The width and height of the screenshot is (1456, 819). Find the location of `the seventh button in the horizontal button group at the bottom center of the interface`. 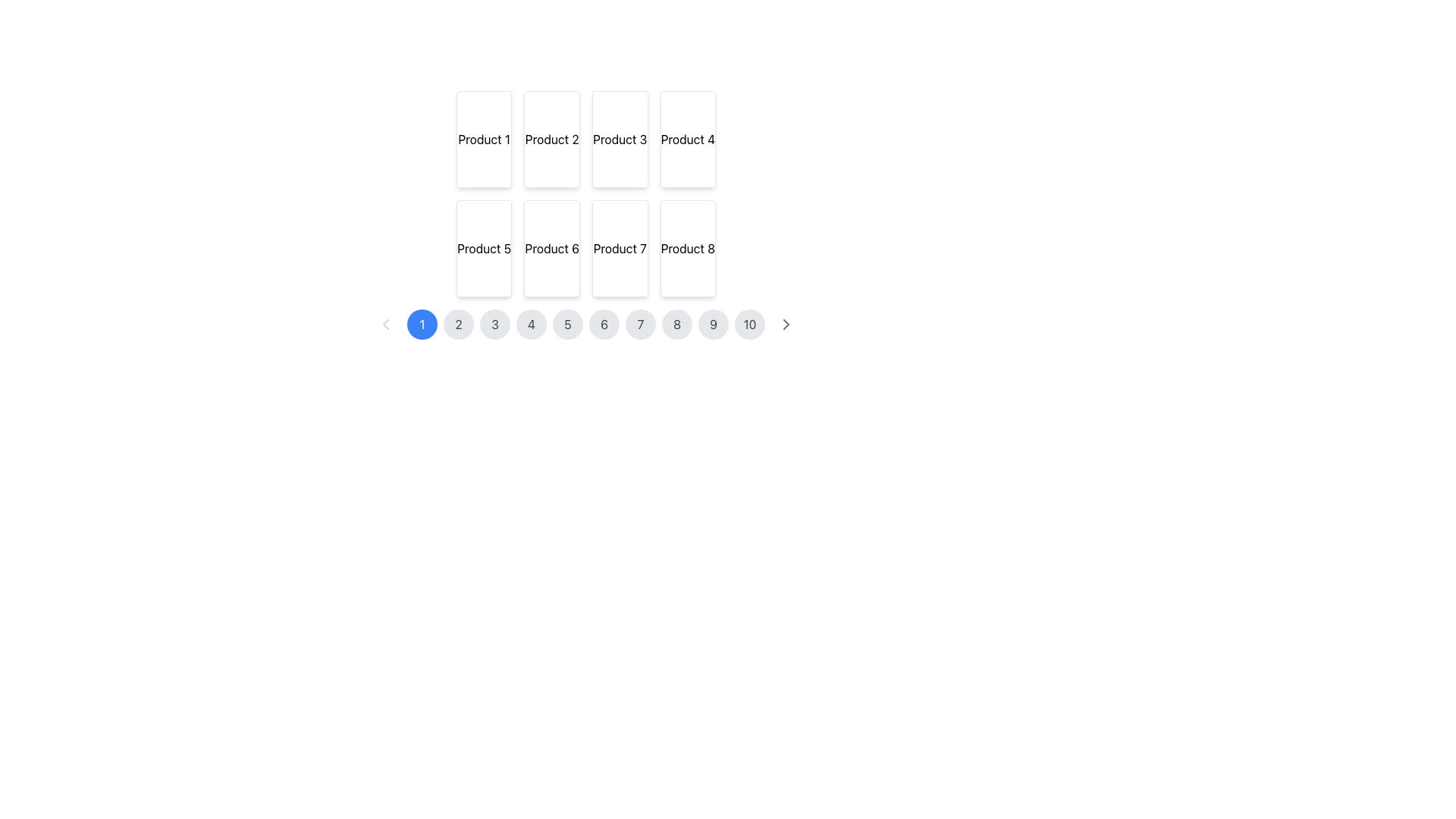

the seventh button in the horizontal button group at the bottom center of the interface is located at coordinates (640, 324).